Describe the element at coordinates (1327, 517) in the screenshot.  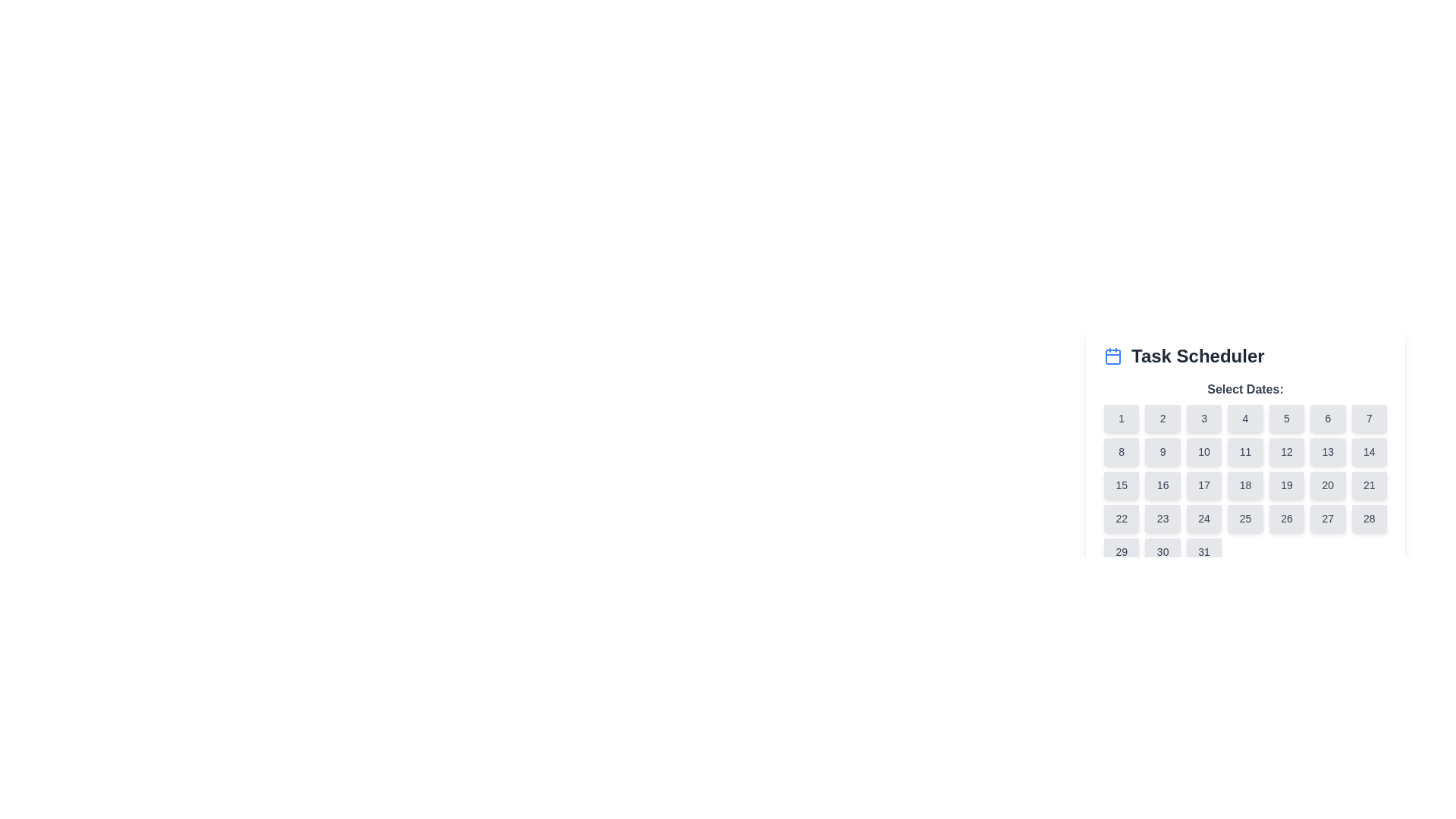
I see `the selectable date button located in the sixth row and sixth column of the calendar component` at that location.